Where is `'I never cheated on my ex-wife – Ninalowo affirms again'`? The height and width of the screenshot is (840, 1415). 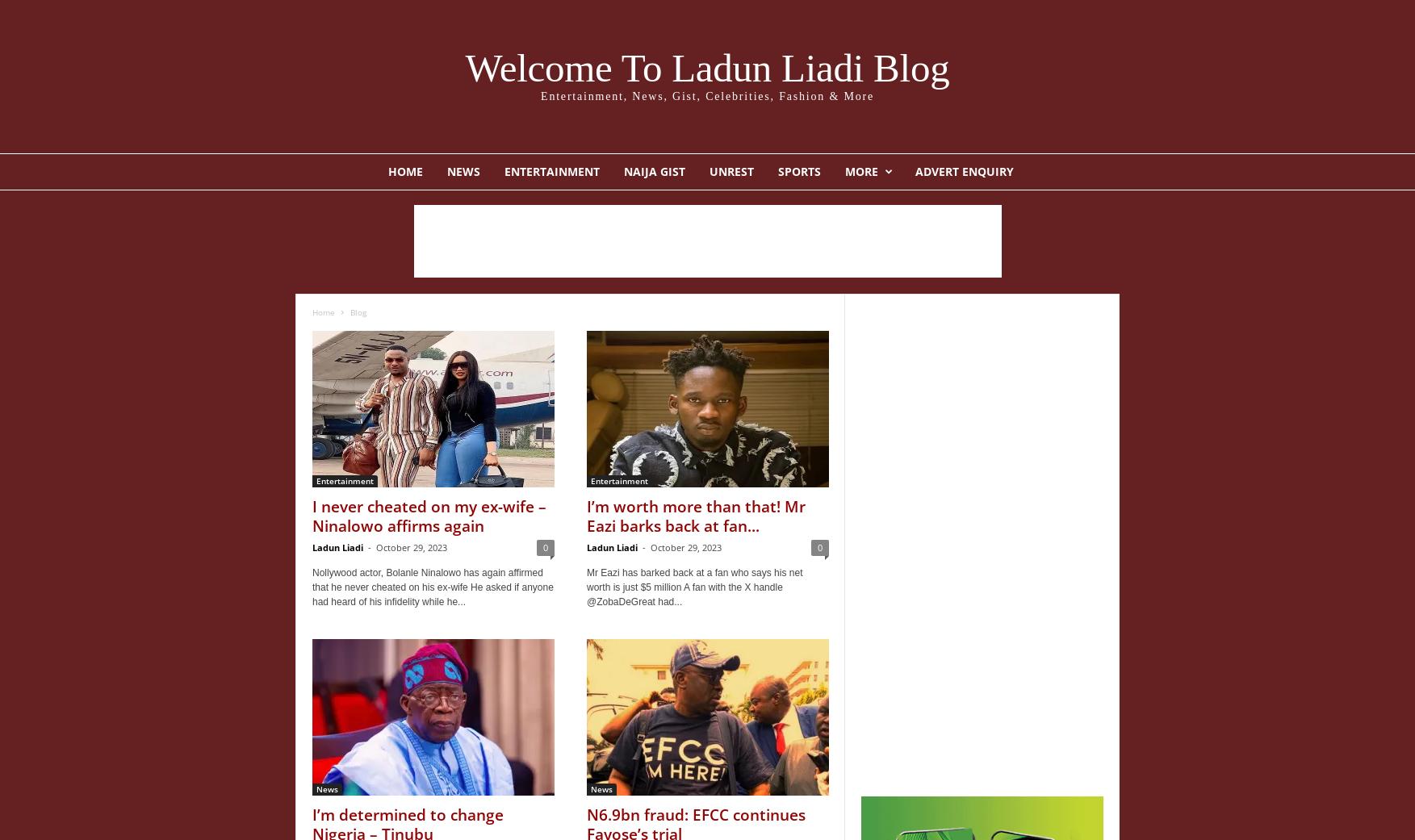
'I never cheated on my ex-wife – Ninalowo affirms again' is located at coordinates (429, 516).